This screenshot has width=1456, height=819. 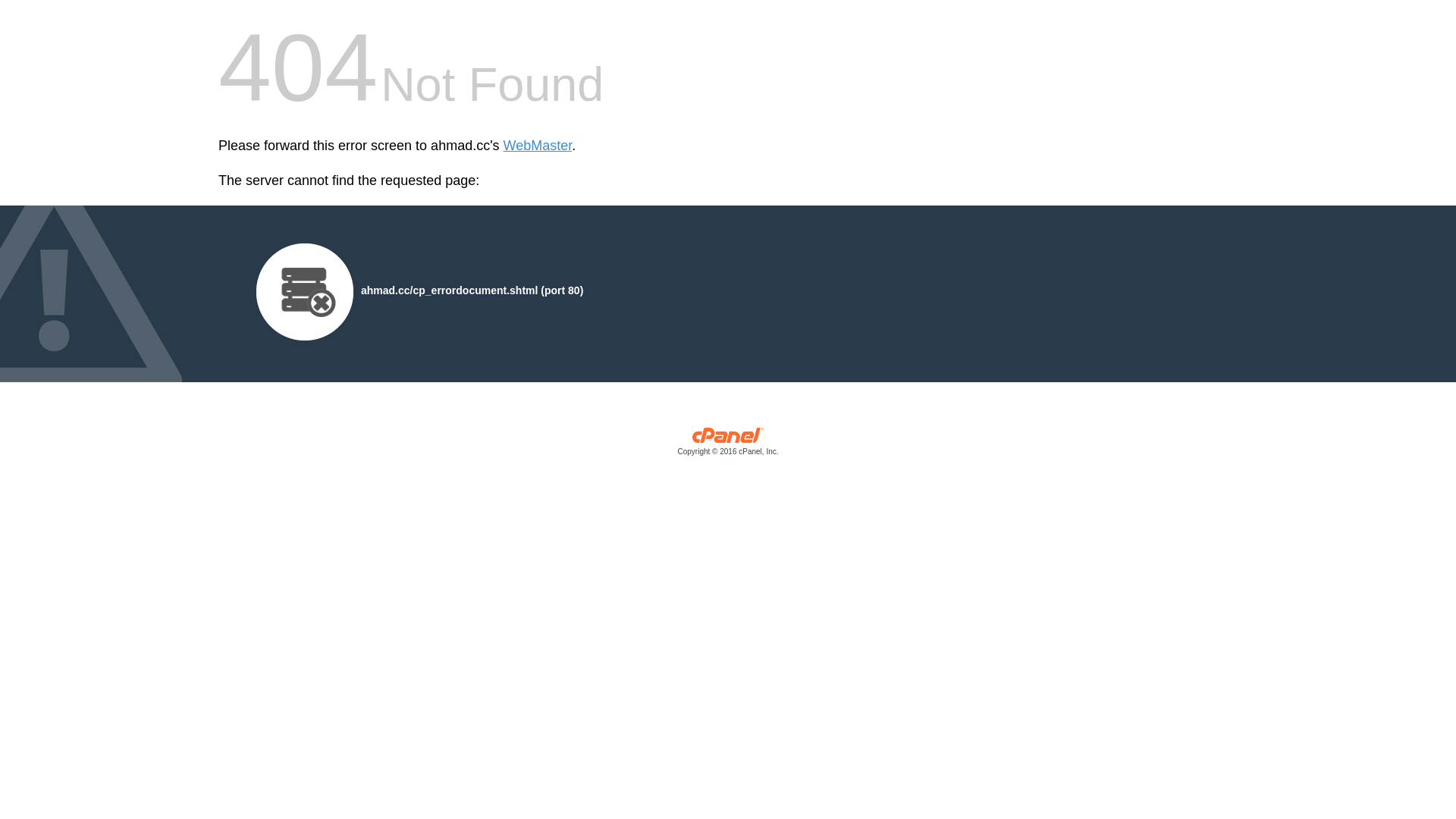 I want to click on 'WebMaster', so click(x=503, y=146).